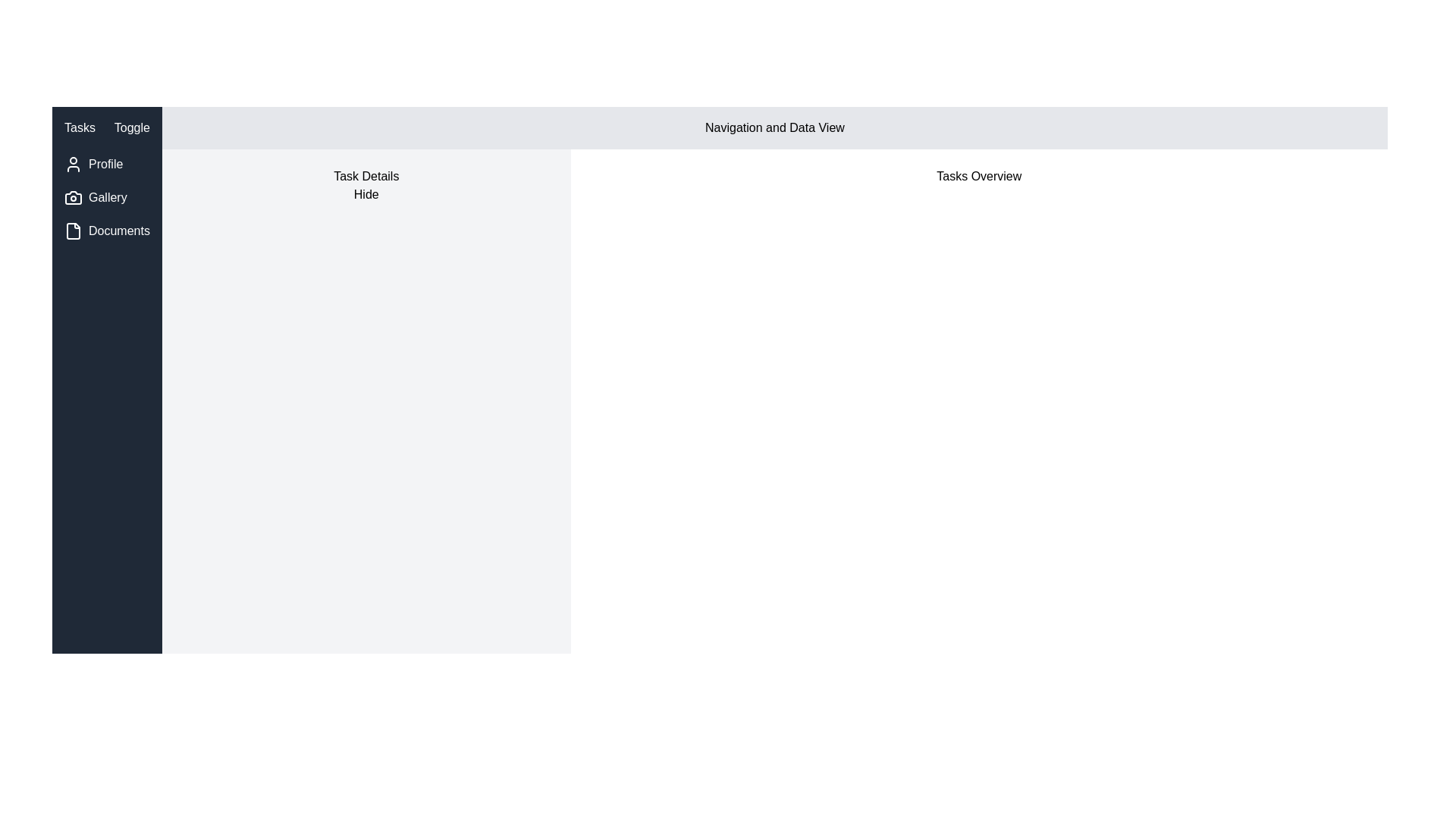 This screenshot has width=1456, height=819. What do you see at coordinates (106, 197) in the screenshot?
I see `to activate the 'Gallery' menu option in the vertical navigation menu, which is the second option in the stack of 'Profile', 'Gallery', and 'Documents'` at bounding box center [106, 197].